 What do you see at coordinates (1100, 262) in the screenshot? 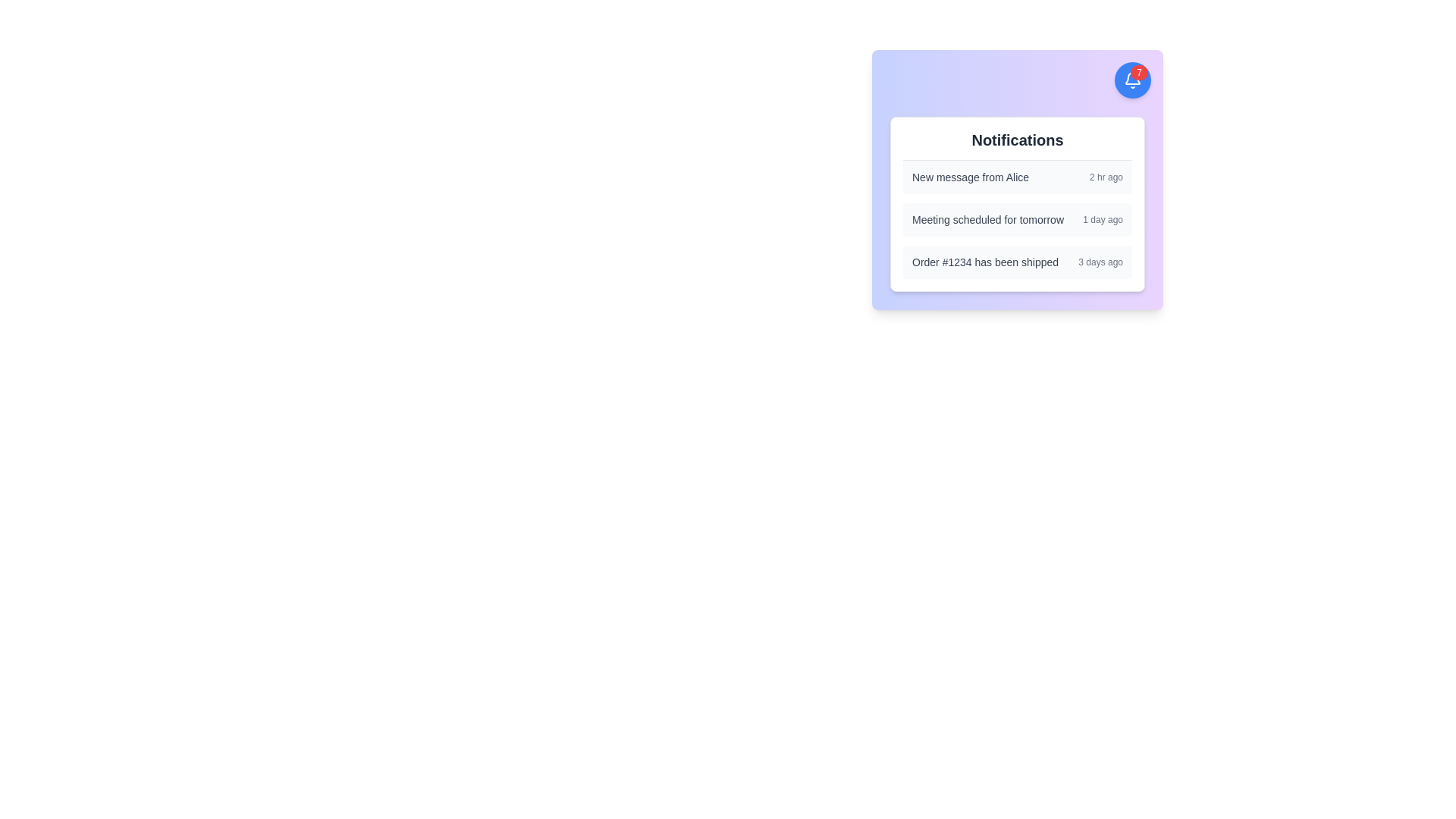
I see `the timestamp text label in the 'Order #1234 has been shipped' notification box, located to the far right of the message text` at bounding box center [1100, 262].